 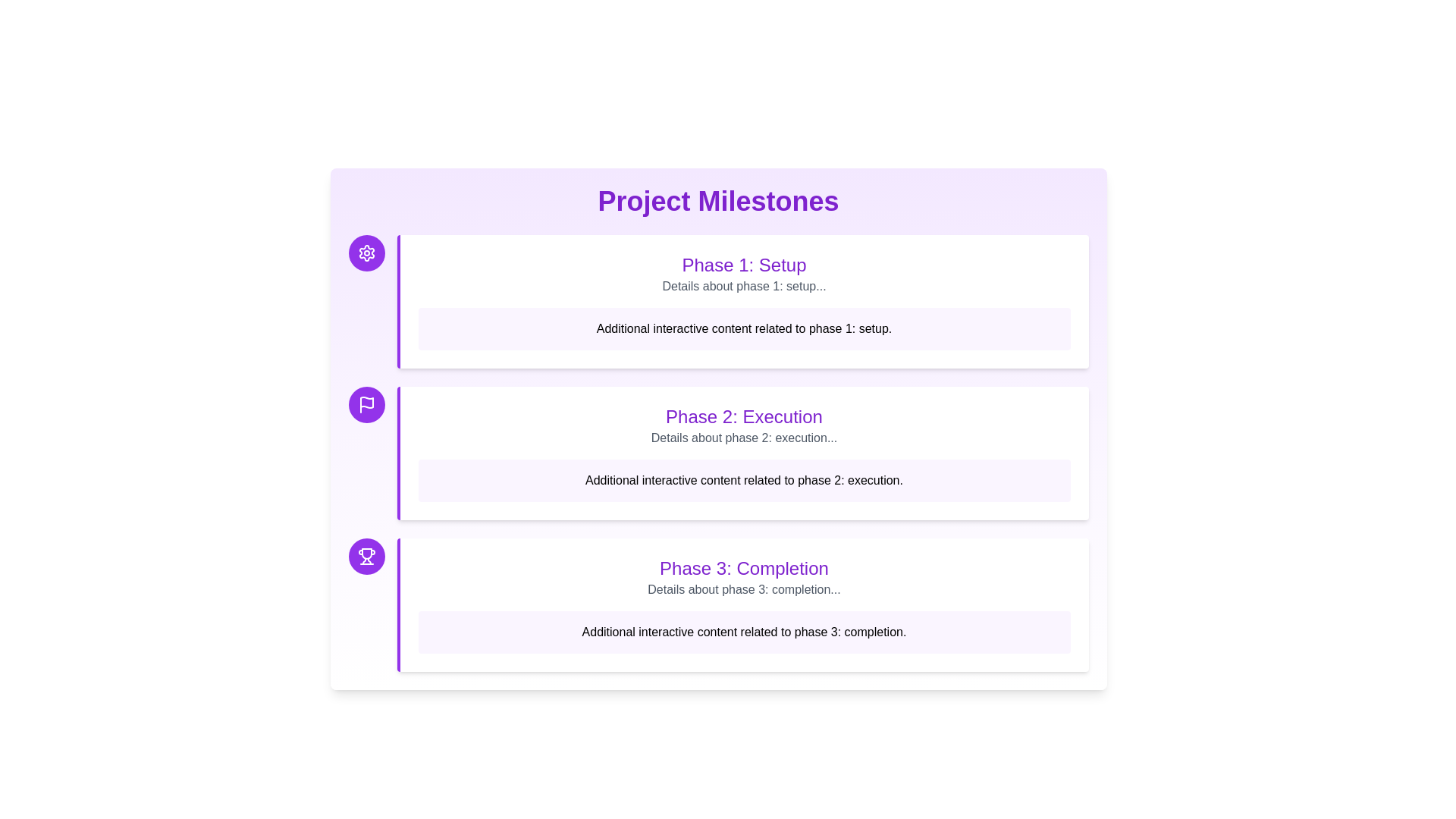 I want to click on the title of the milestone panel, which indicates the phase of the project and is centrally placed within the third milestone panel from the top, so click(x=744, y=568).